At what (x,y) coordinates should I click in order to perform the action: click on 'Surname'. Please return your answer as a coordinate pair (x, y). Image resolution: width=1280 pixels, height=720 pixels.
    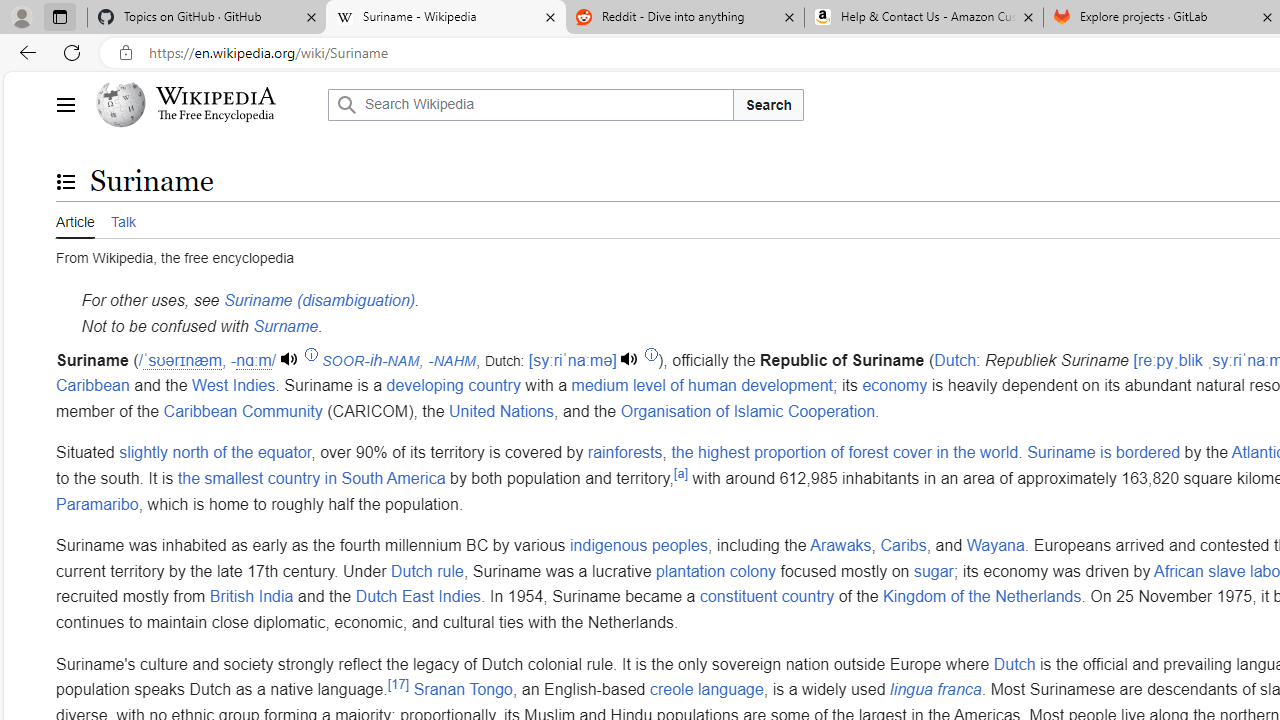
    Looking at the image, I should click on (285, 324).